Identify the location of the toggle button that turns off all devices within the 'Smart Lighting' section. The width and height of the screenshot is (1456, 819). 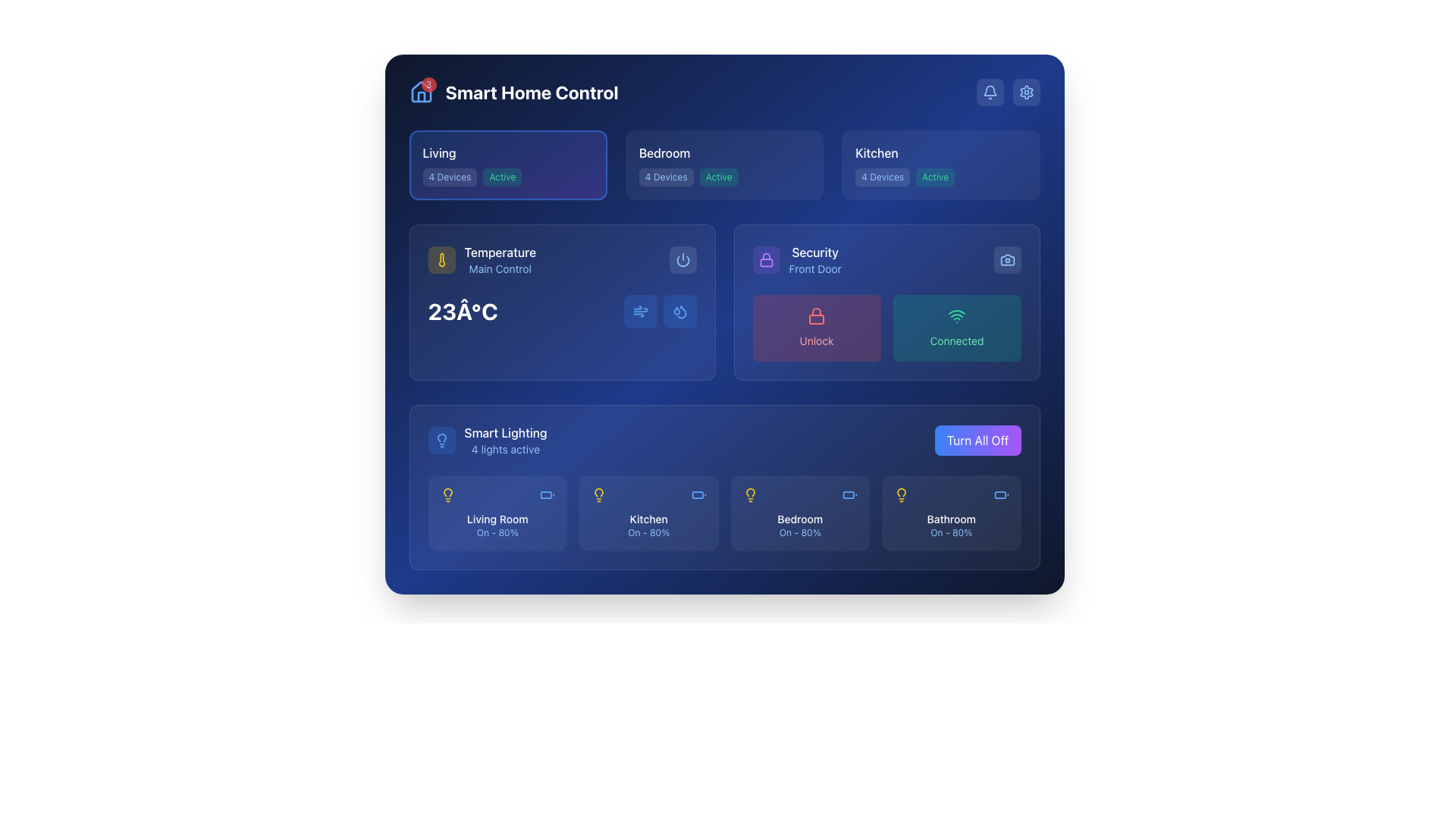
(977, 441).